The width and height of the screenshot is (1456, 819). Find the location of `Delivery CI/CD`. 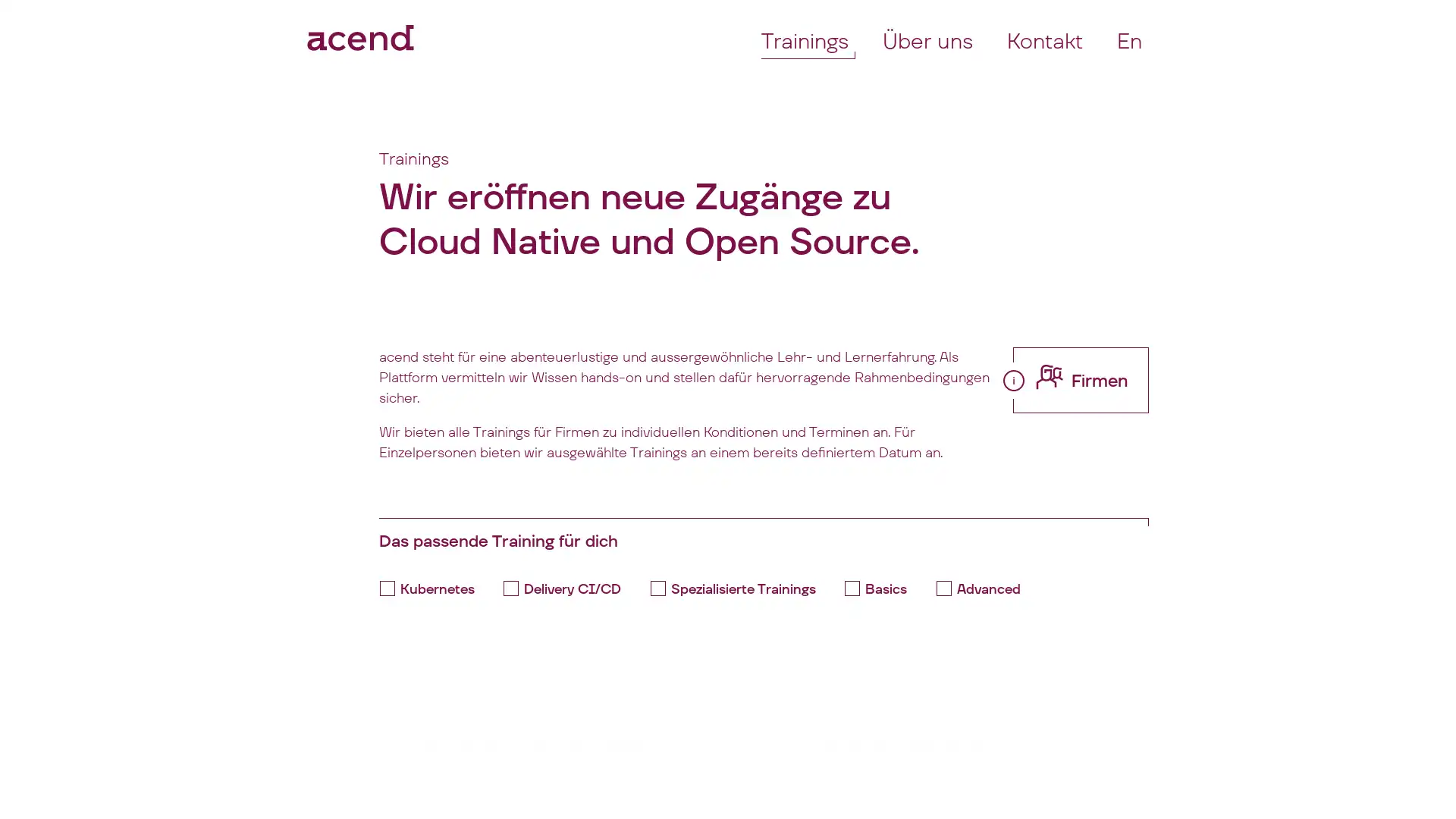

Delivery CI/CD is located at coordinates (566, 588).